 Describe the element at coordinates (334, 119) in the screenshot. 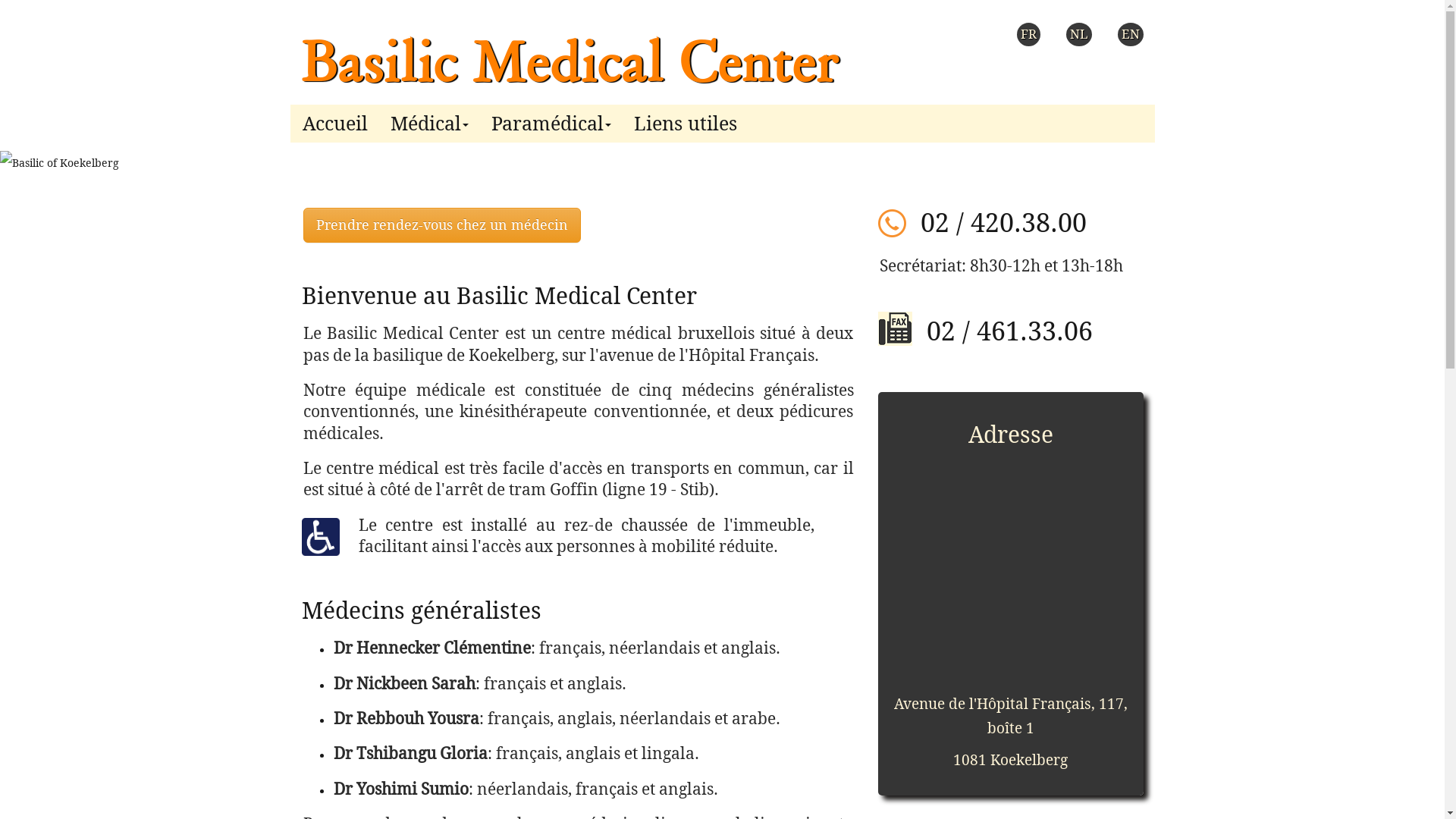

I see `'Accueil'` at that location.